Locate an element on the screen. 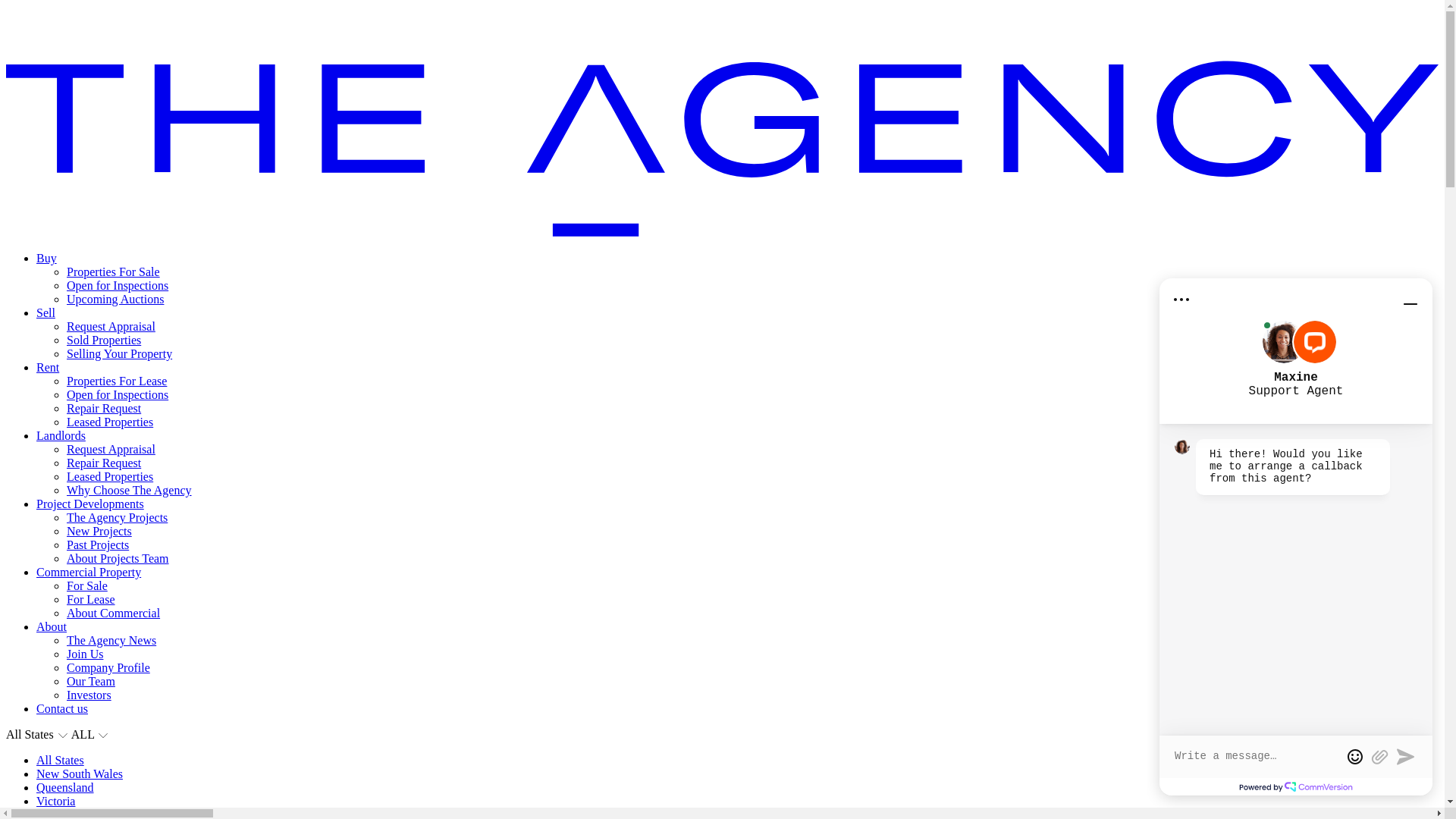  'Properties For Sale' is located at coordinates (112, 271).